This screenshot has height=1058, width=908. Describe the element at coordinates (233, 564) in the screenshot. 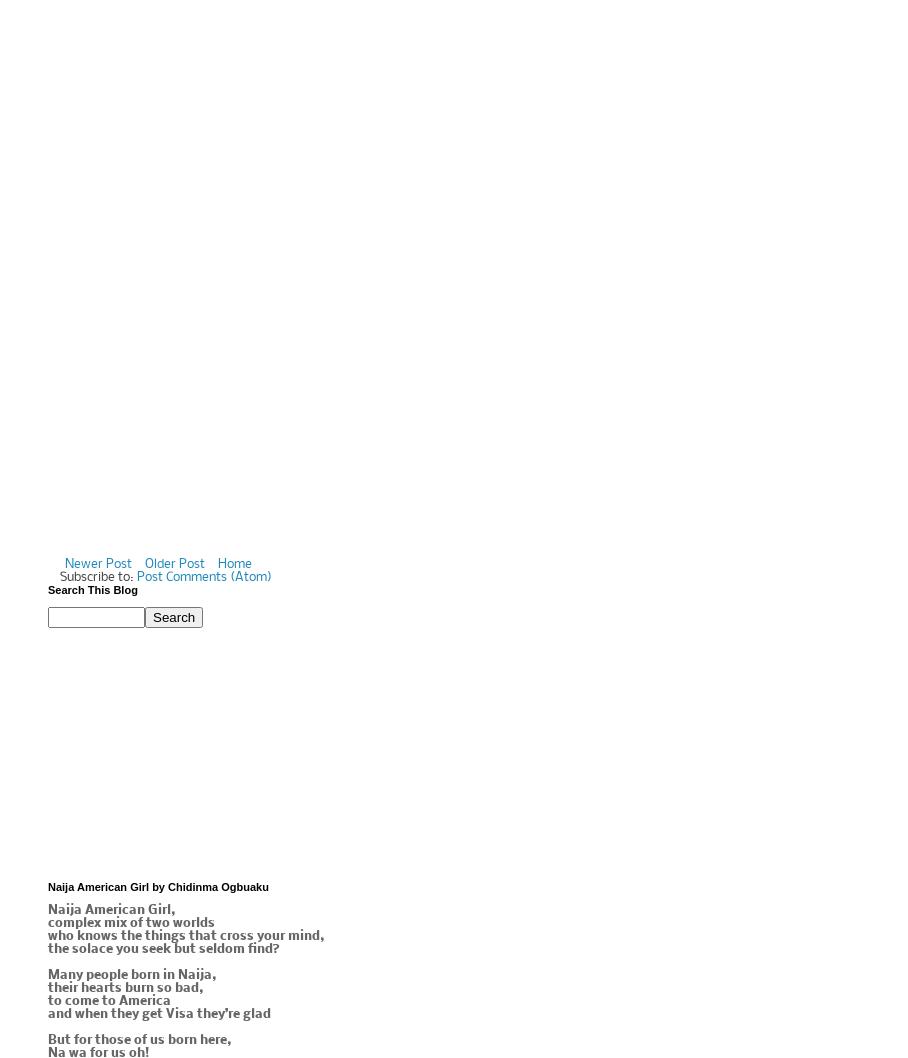

I see `'Home'` at that location.